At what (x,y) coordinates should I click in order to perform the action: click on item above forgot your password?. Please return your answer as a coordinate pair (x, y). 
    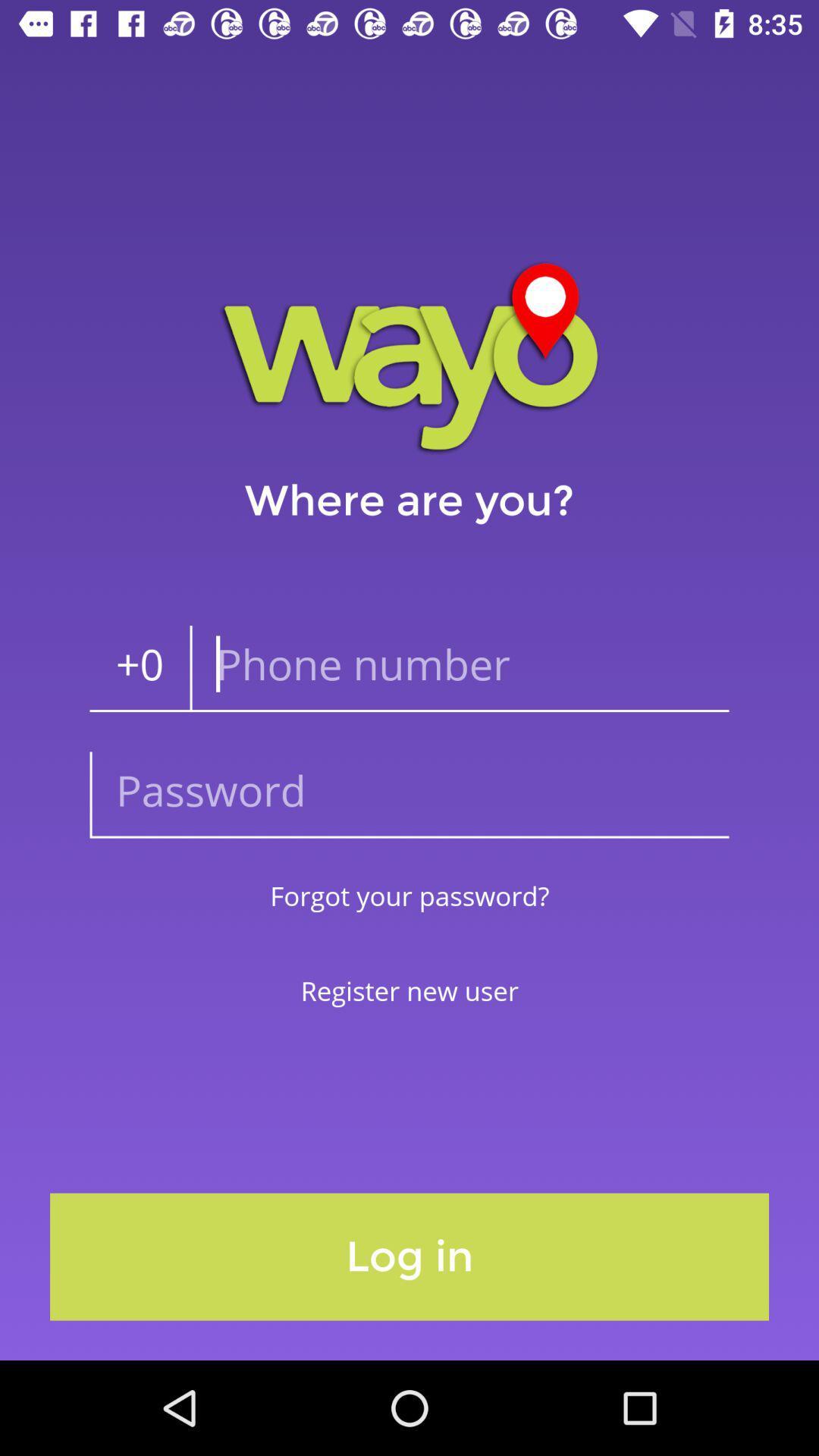
    Looking at the image, I should click on (409, 794).